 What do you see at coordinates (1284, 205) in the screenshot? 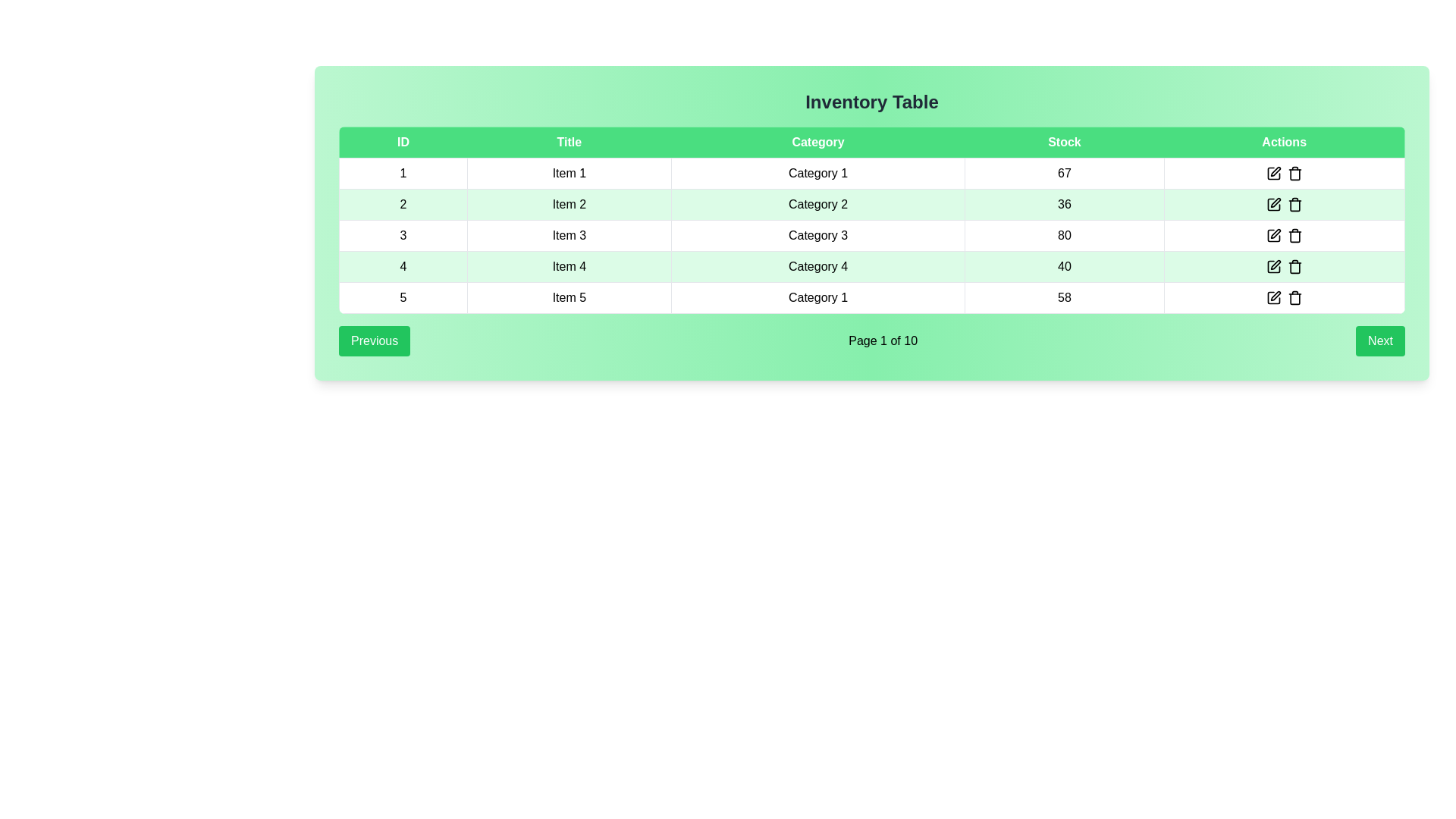
I see `the delete icon in the Actions column of the row labeled 'Item 2' with a stock value of '36'` at bounding box center [1284, 205].